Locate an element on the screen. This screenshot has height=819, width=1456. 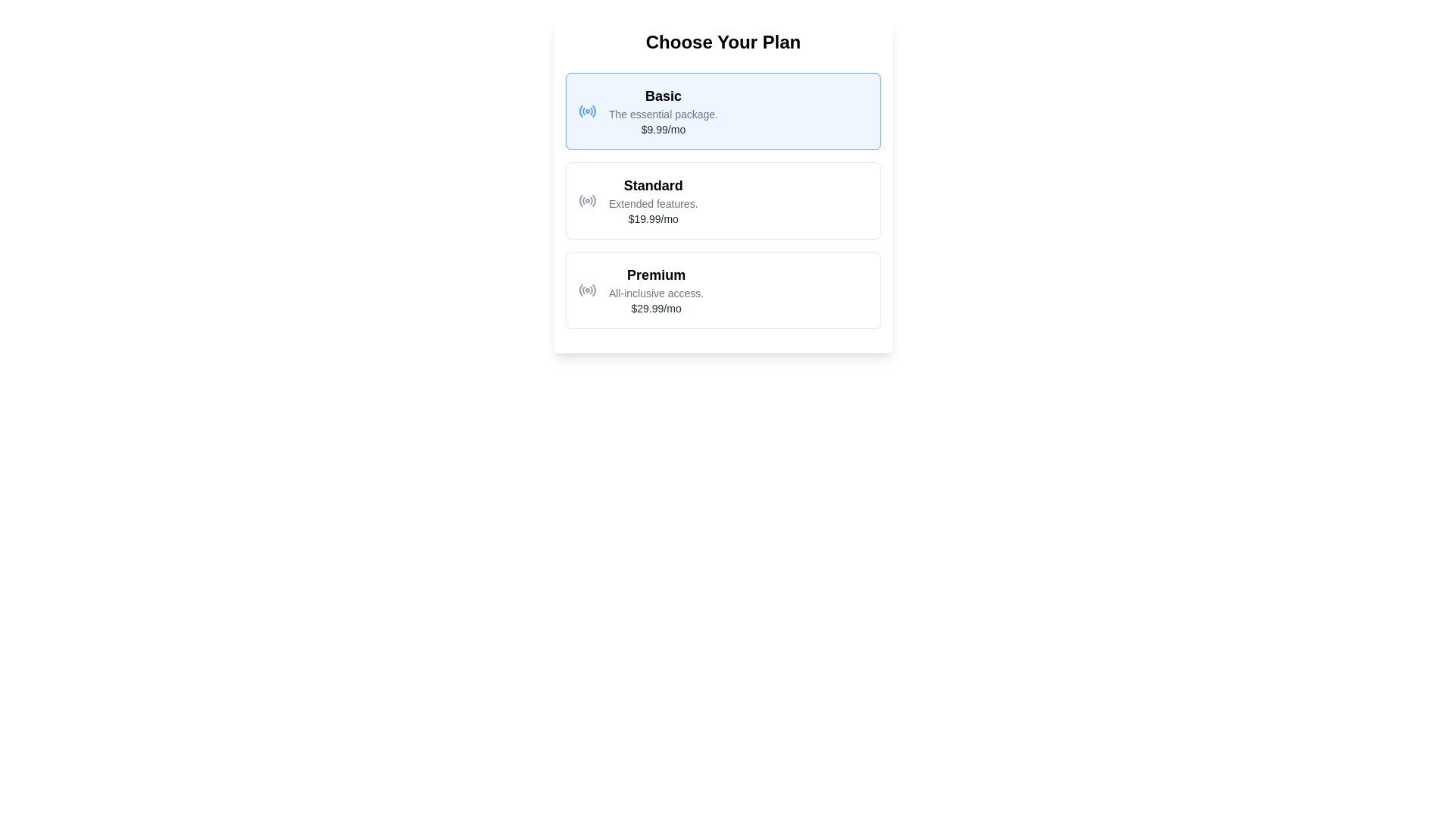
details of the 'Basic' subscription plan by clicking on the top option in the column list of subscription plan cards is located at coordinates (723, 110).